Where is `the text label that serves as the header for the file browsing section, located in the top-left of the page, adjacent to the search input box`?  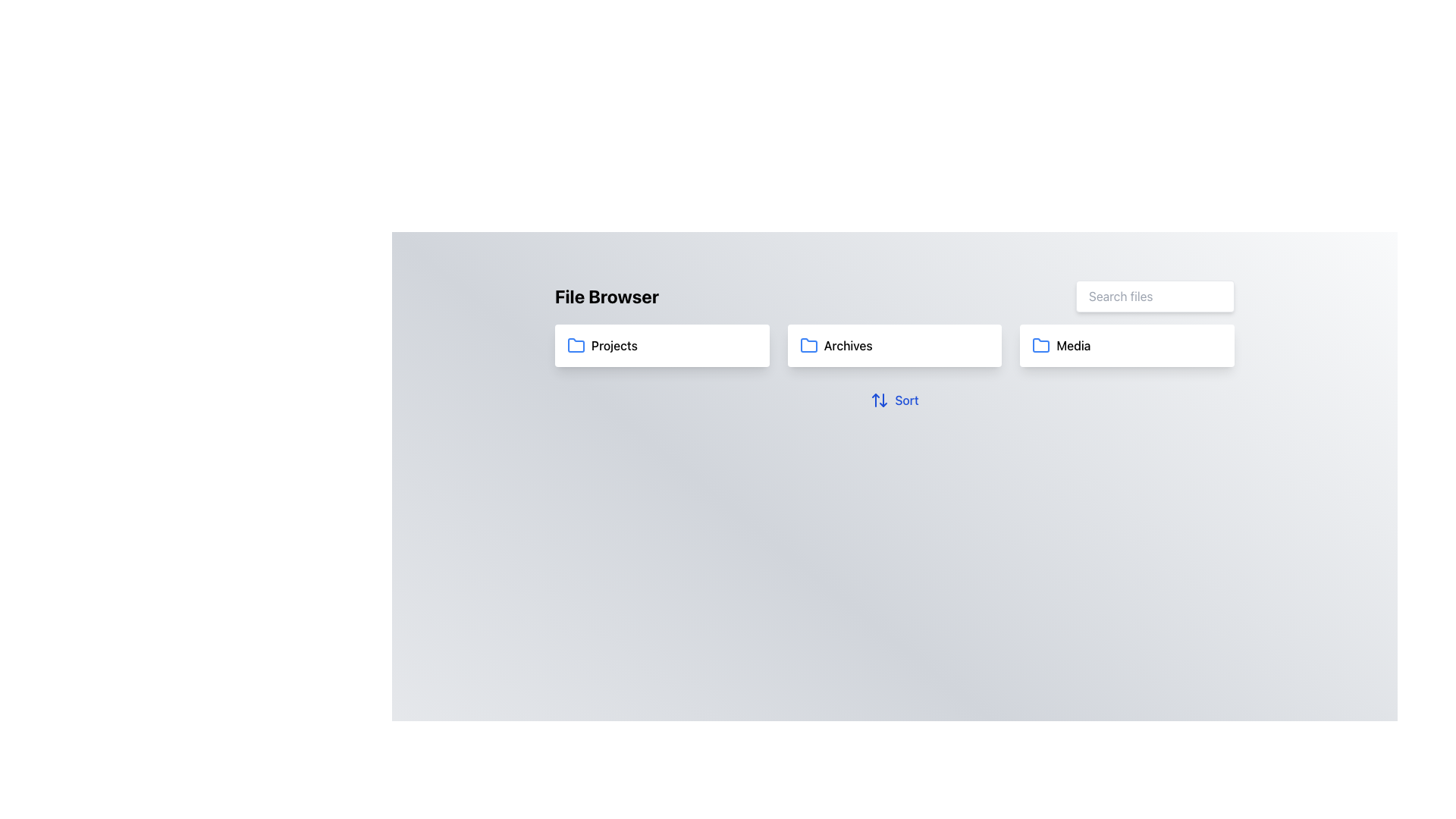 the text label that serves as the header for the file browsing section, located in the top-left of the page, adjacent to the search input box is located at coordinates (607, 296).